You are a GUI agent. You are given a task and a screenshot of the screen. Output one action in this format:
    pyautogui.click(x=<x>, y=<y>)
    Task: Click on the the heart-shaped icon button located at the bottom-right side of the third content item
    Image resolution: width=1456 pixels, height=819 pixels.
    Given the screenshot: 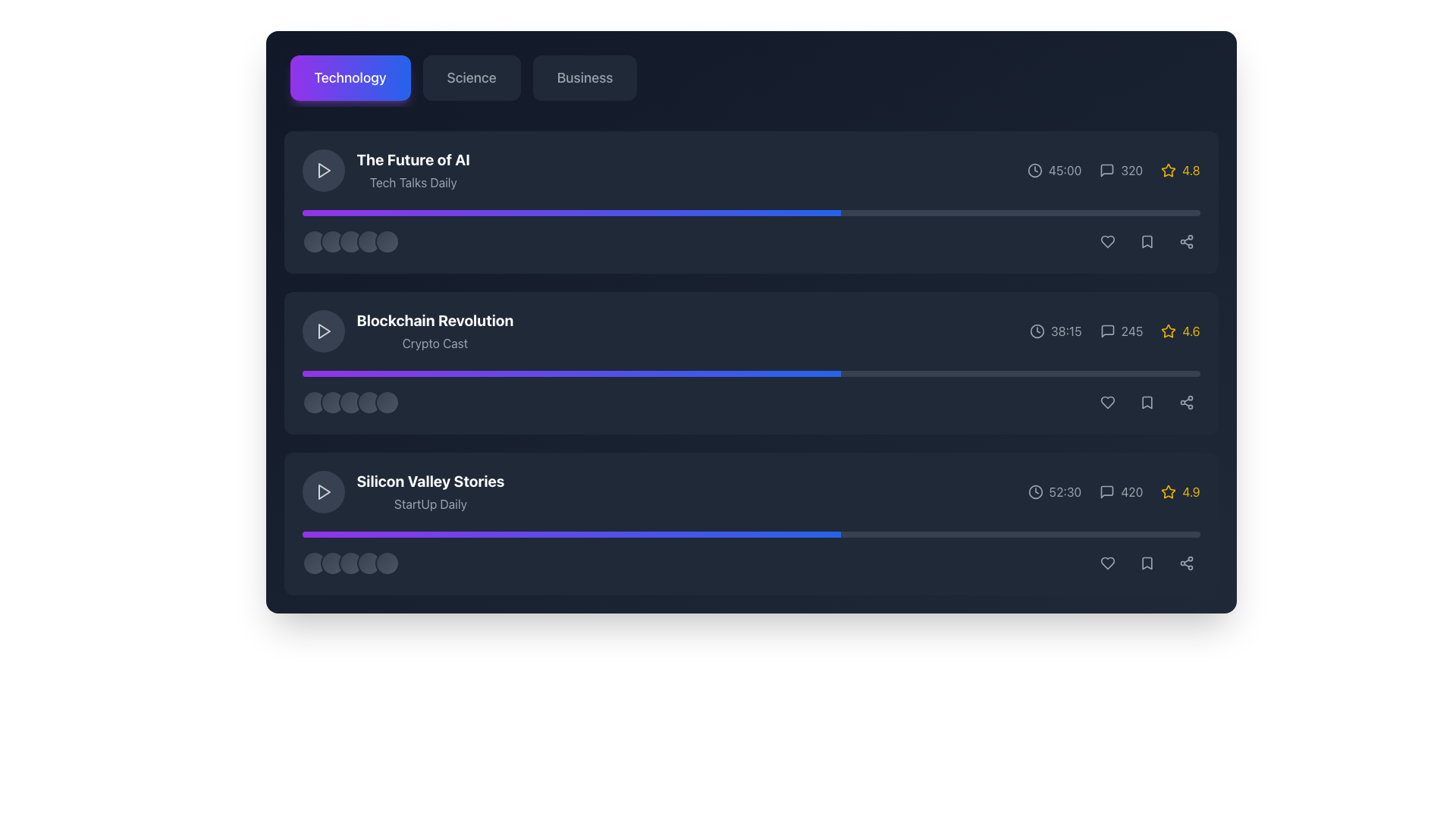 What is the action you would take?
    pyautogui.click(x=1107, y=563)
    